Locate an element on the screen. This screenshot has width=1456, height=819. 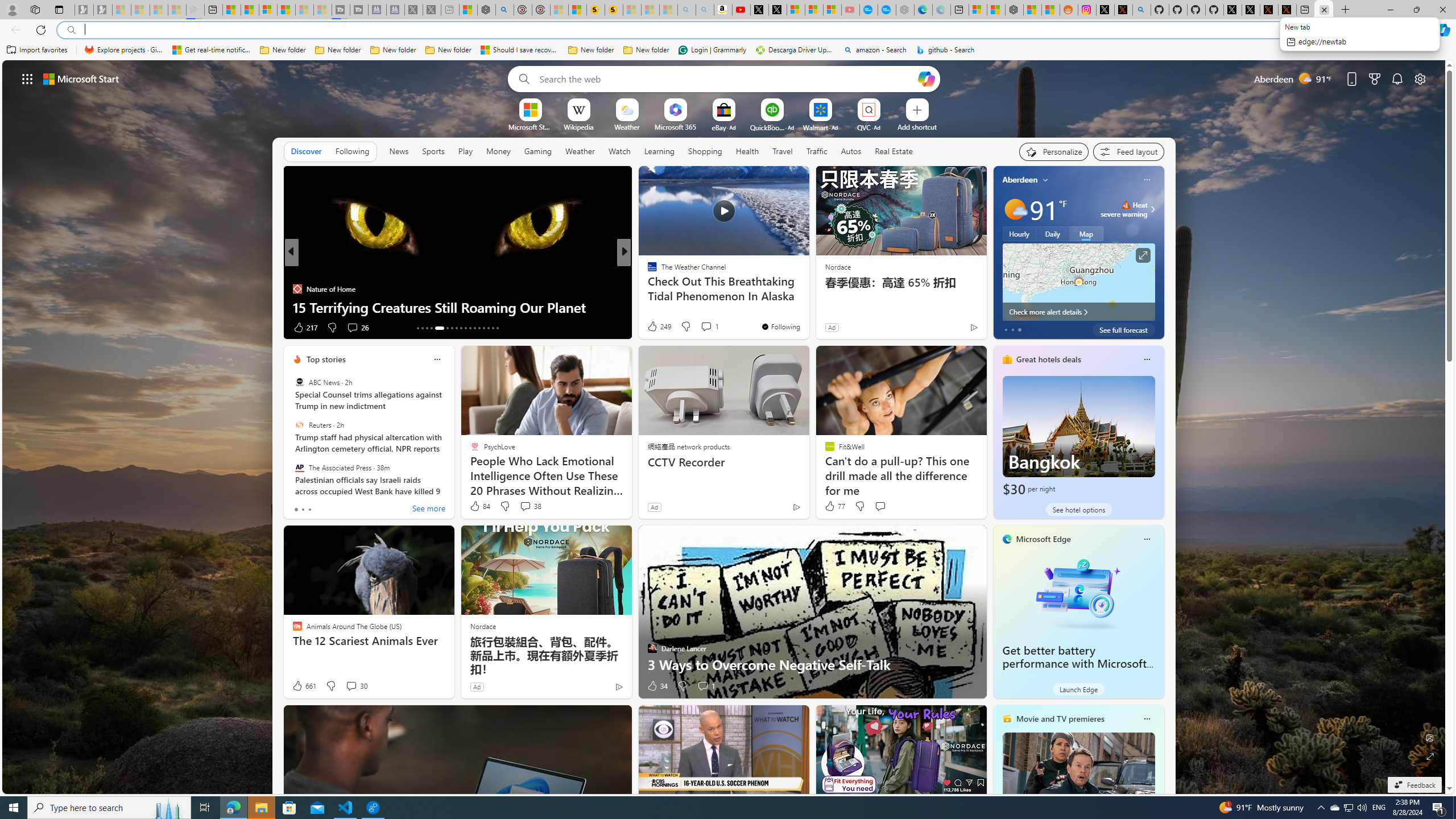
'My location' is located at coordinates (1045, 179).